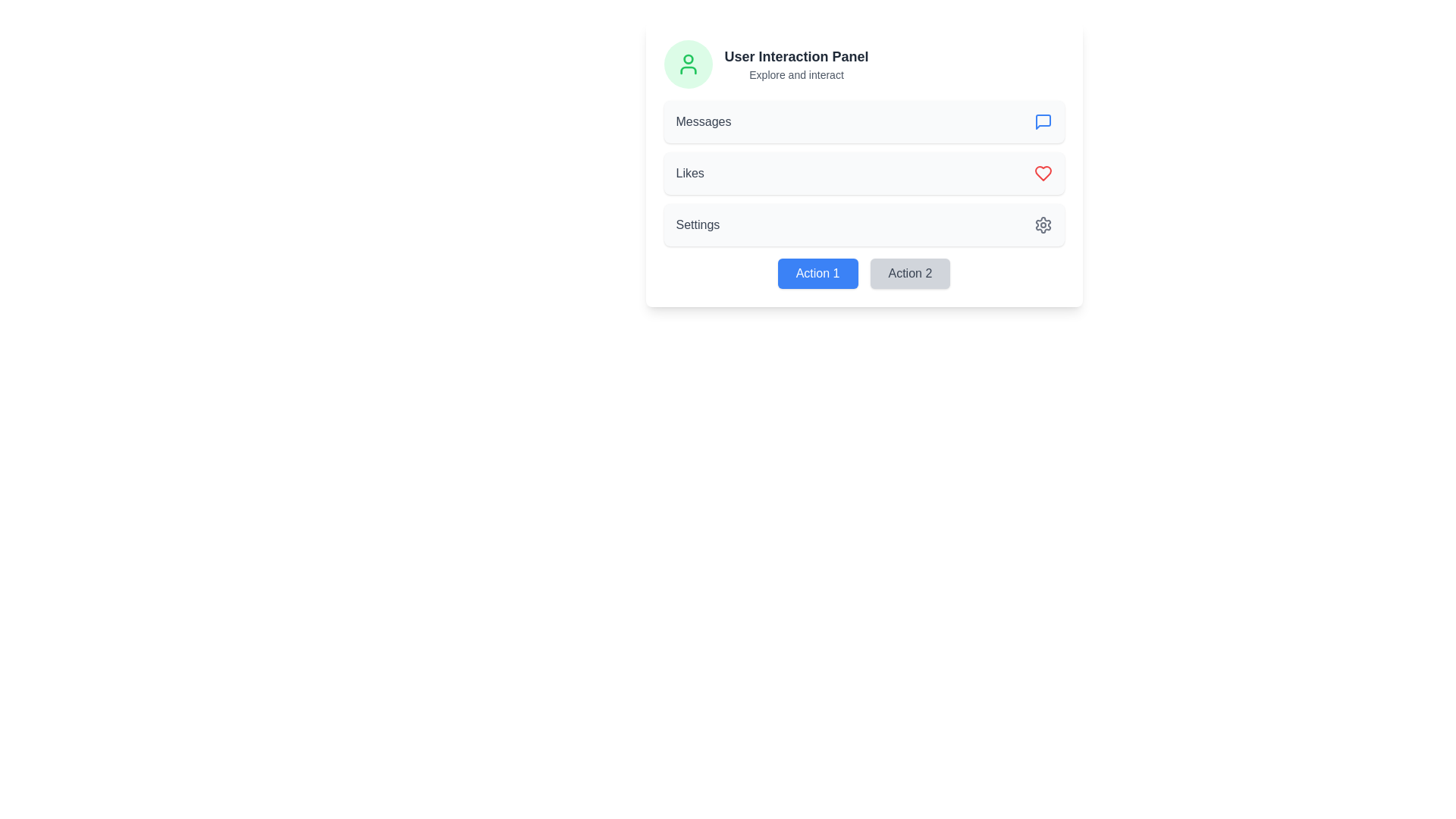  Describe the element at coordinates (687, 63) in the screenshot. I see `the user profile icon located at the center of a green circular background in the top-left corner of the 'User Interaction Panel'` at that location.